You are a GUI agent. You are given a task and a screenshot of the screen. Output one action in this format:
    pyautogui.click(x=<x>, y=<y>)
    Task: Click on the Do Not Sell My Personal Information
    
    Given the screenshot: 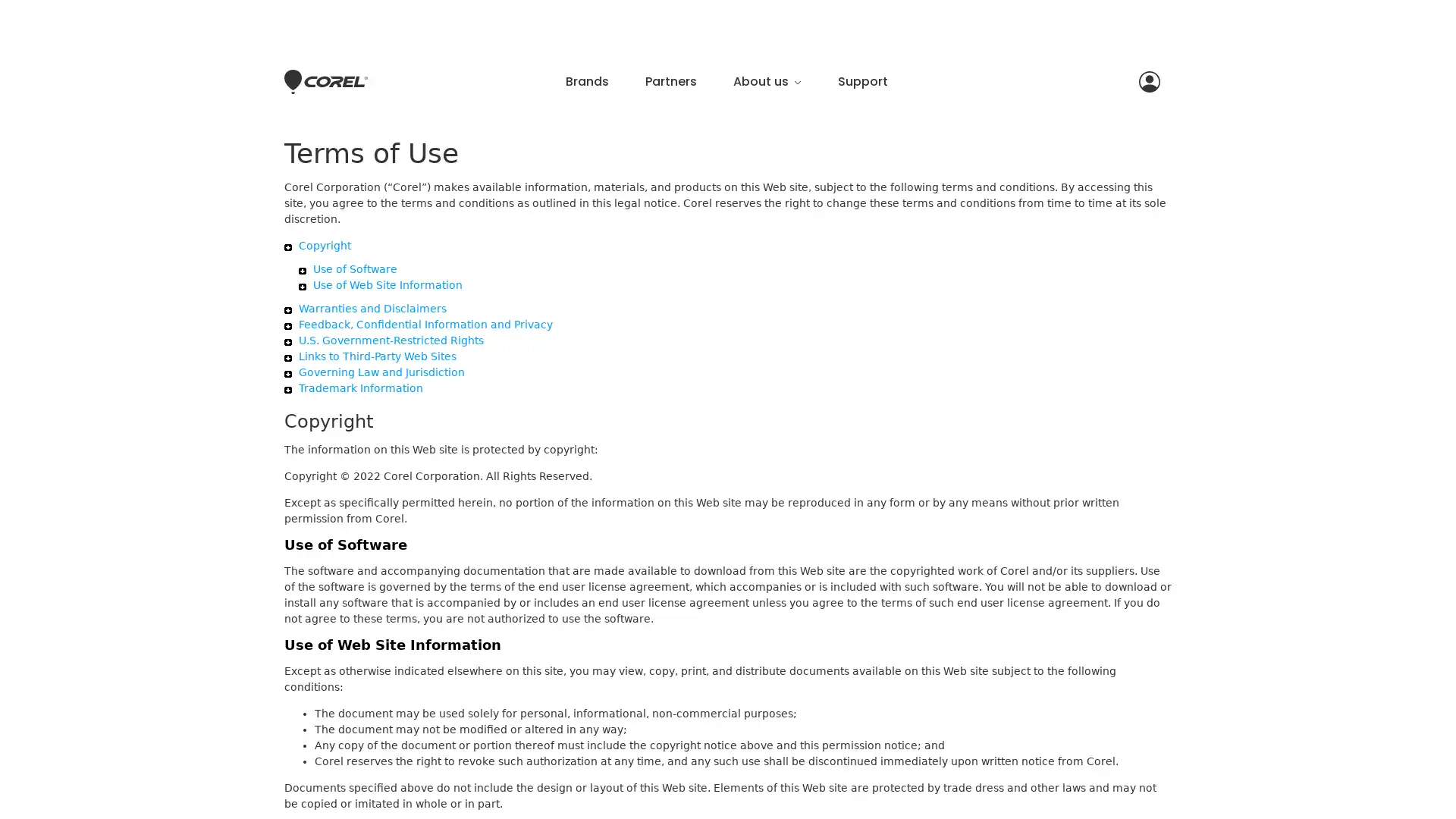 What is the action you would take?
    pyautogui.click(x=1056, y=773)
    